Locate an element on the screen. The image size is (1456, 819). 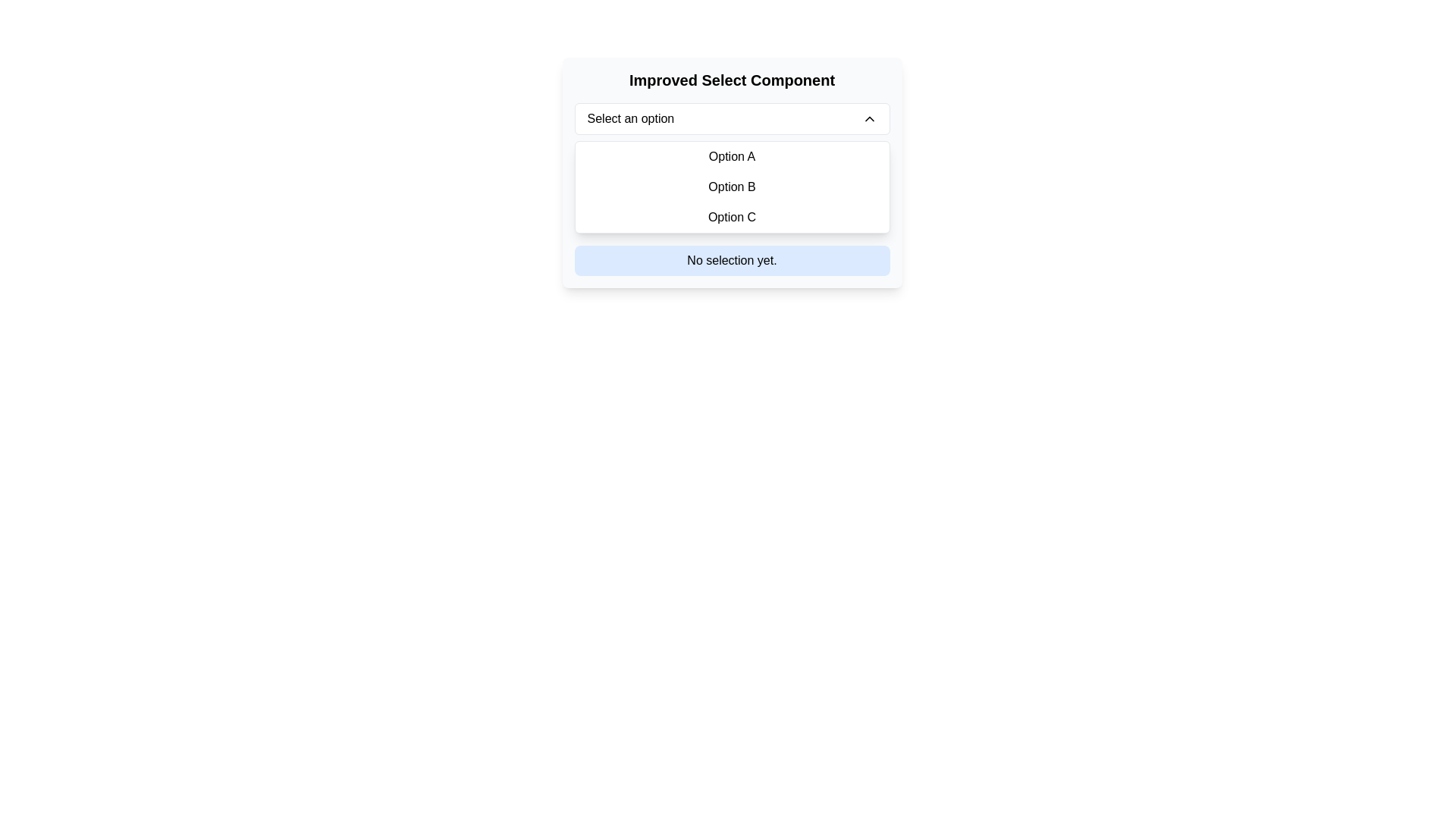
the downward-pointing chevron icon located to the far right of the dropdown button labeled 'Select an option' is located at coordinates (869, 118).